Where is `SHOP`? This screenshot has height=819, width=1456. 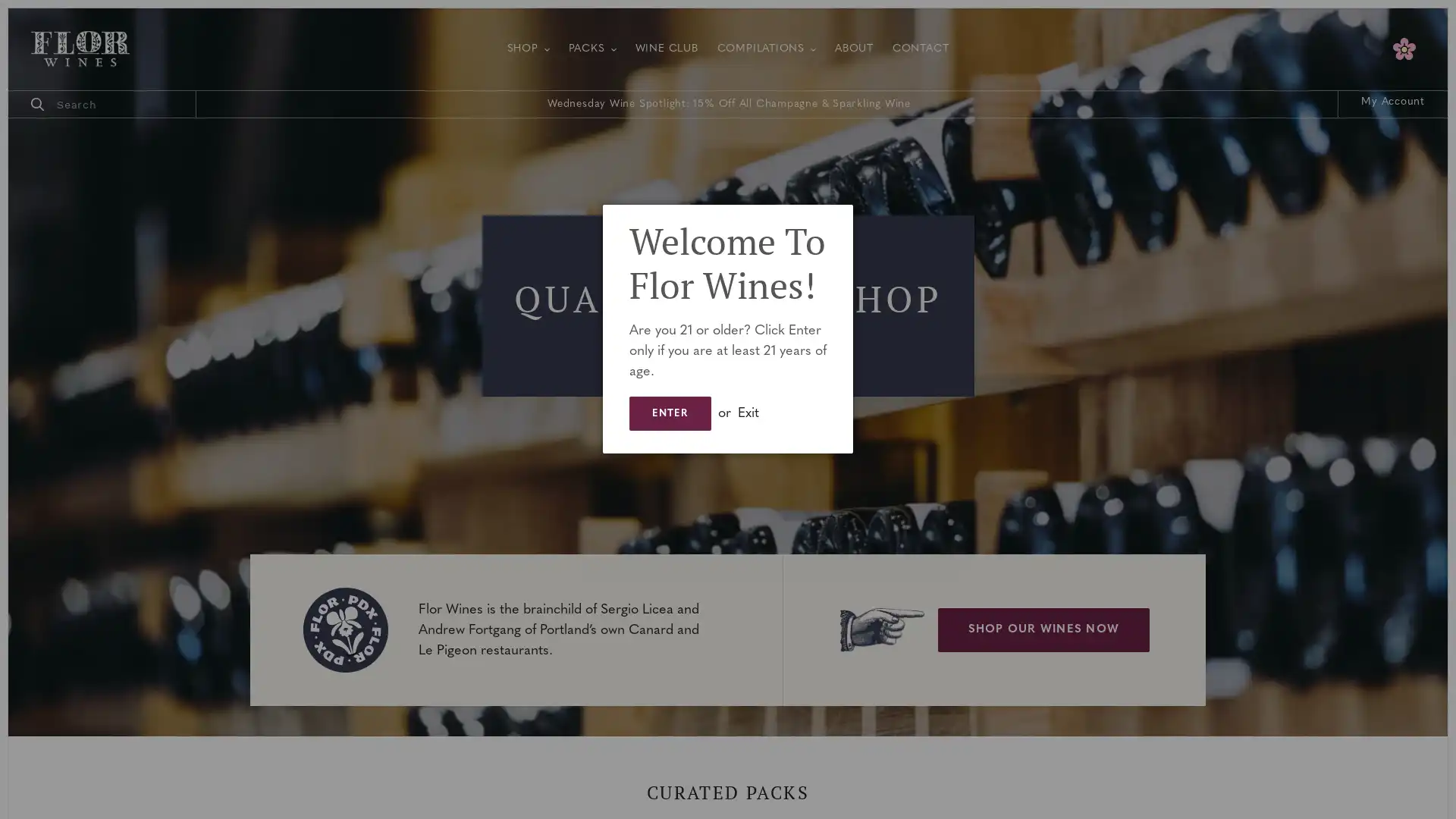 SHOP is located at coordinates (528, 48).